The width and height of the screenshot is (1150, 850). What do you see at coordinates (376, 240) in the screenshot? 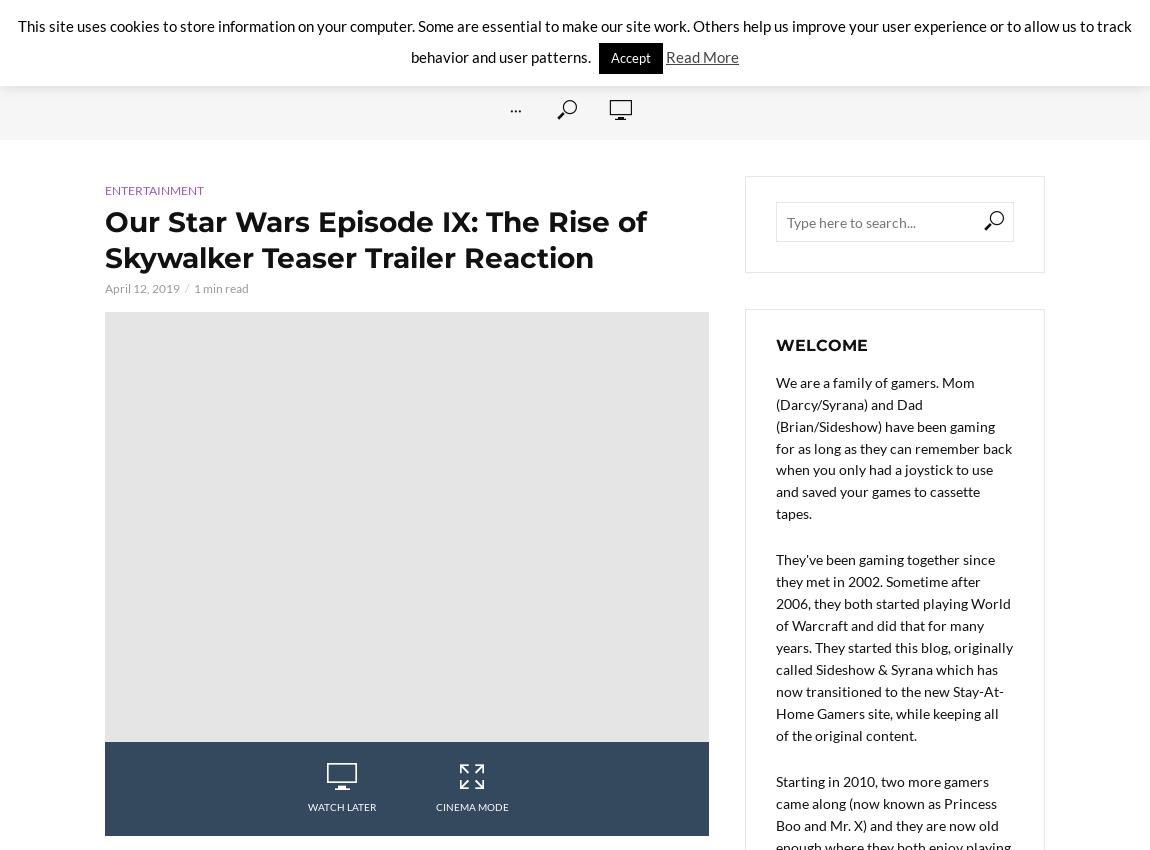
I see `'Our Star Wars Episode IX: The Rise of Skywalker Teaser Trailer Reaction'` at bounding box center [376, 240].